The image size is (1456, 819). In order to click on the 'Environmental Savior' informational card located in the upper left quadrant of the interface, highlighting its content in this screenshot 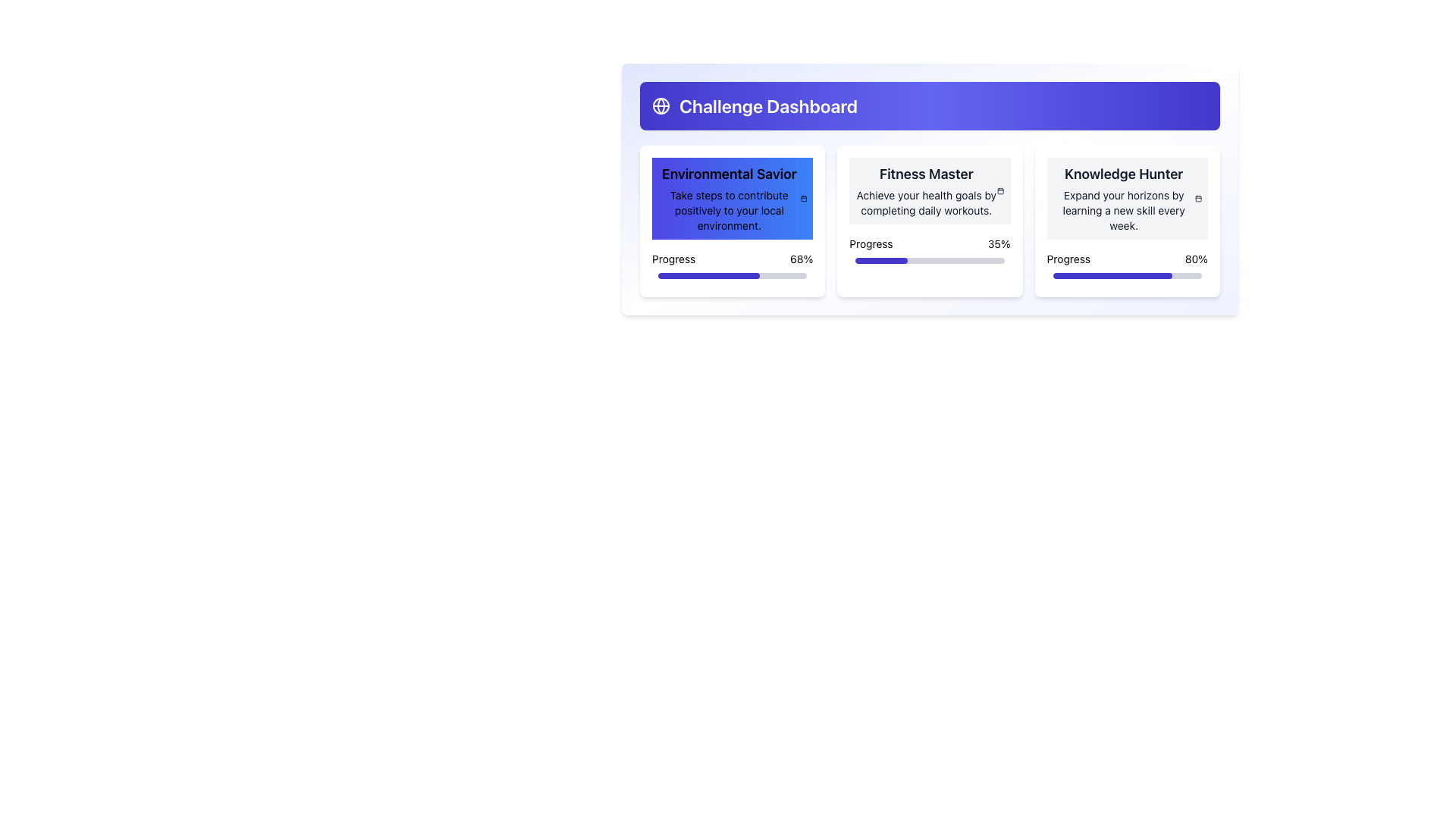, I will do `click(733, 198)`.